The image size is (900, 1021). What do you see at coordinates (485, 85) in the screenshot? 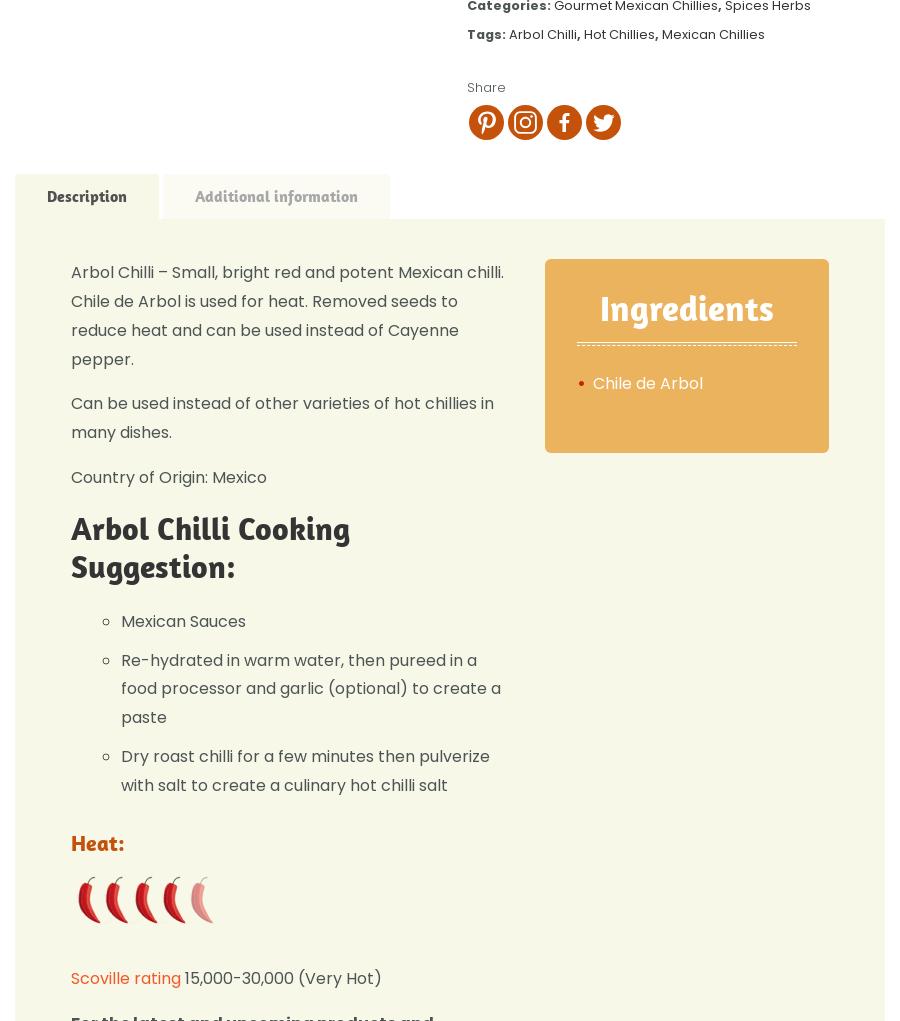
I see `'Share'` at bounding box center [485, 85].